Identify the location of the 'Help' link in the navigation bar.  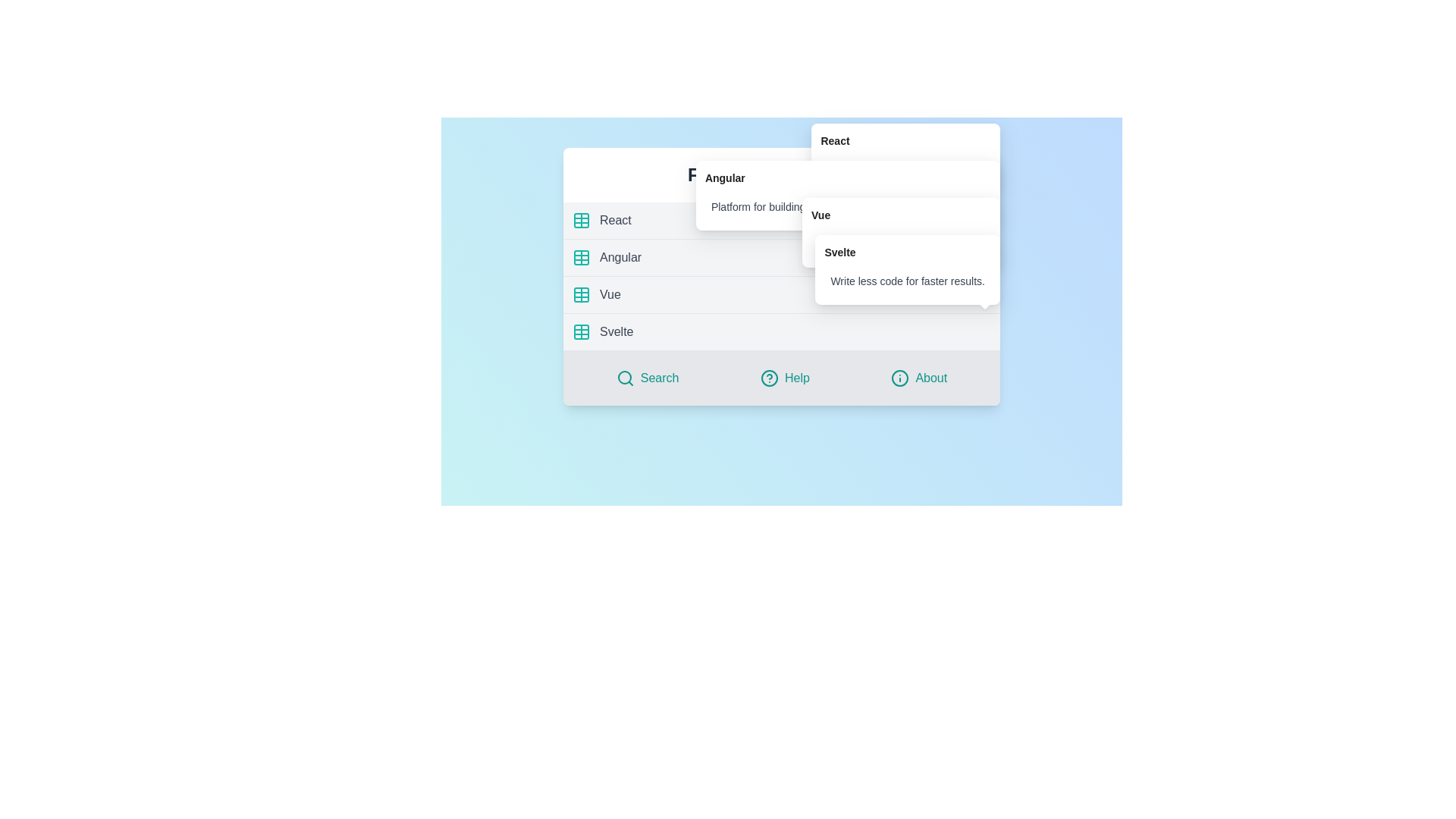
(782, 377).